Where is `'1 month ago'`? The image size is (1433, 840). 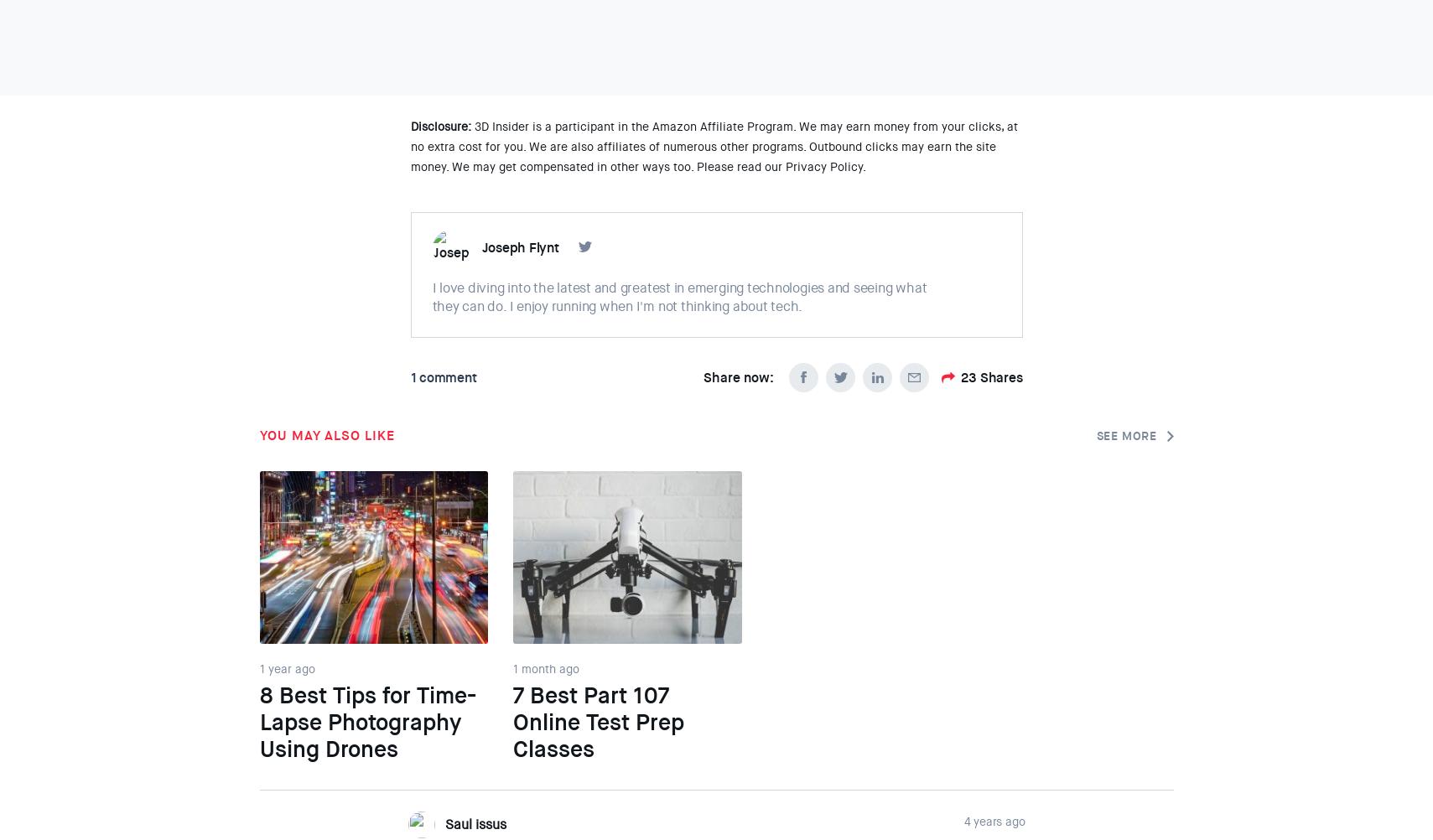 '1 month ago' is located at coordinates (545, 667).